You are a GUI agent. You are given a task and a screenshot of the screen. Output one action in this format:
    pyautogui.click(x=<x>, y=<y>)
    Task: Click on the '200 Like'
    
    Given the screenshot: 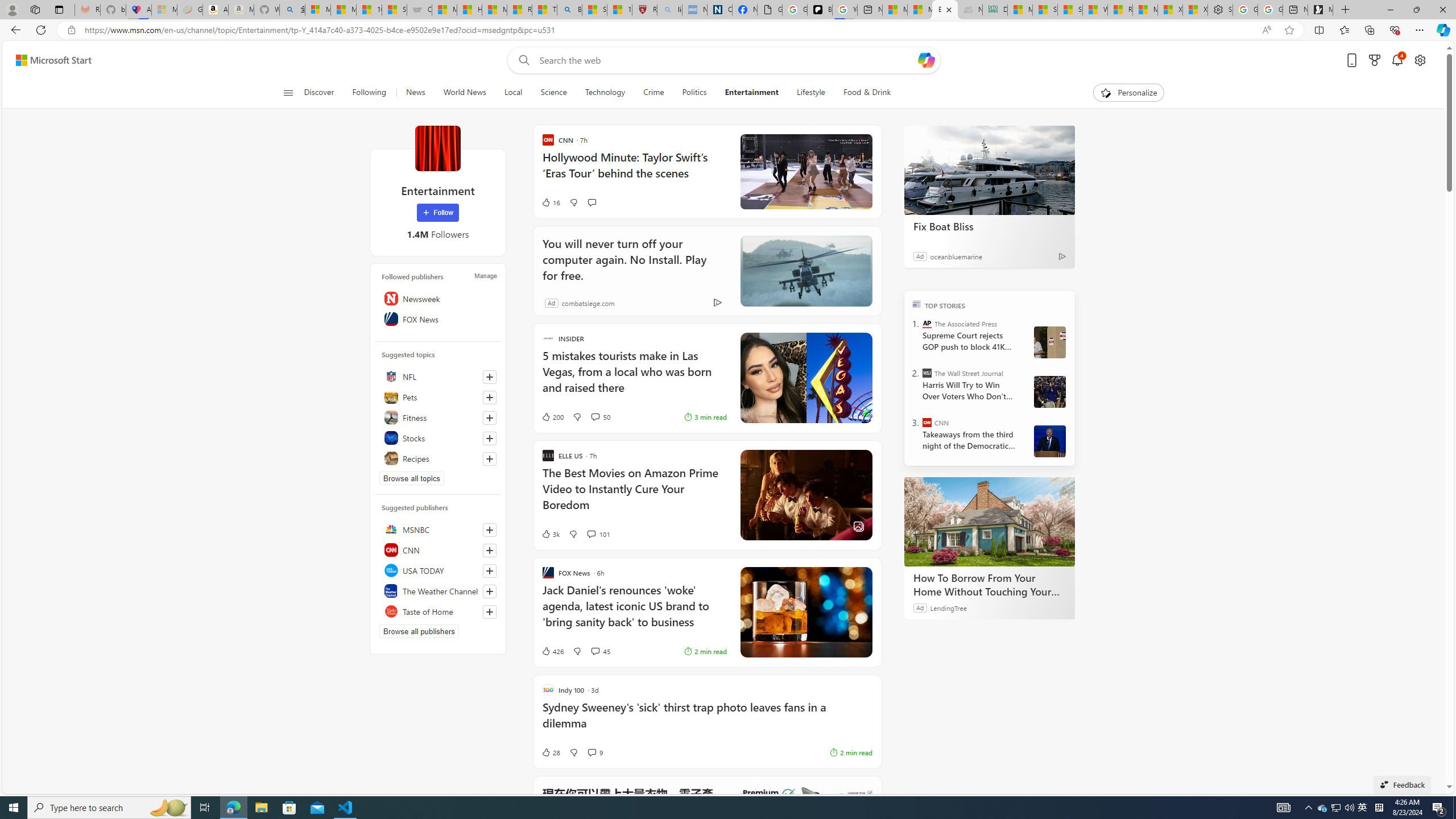 What is the action you would take?
    pyautogui.click(x=552, y=416)
    